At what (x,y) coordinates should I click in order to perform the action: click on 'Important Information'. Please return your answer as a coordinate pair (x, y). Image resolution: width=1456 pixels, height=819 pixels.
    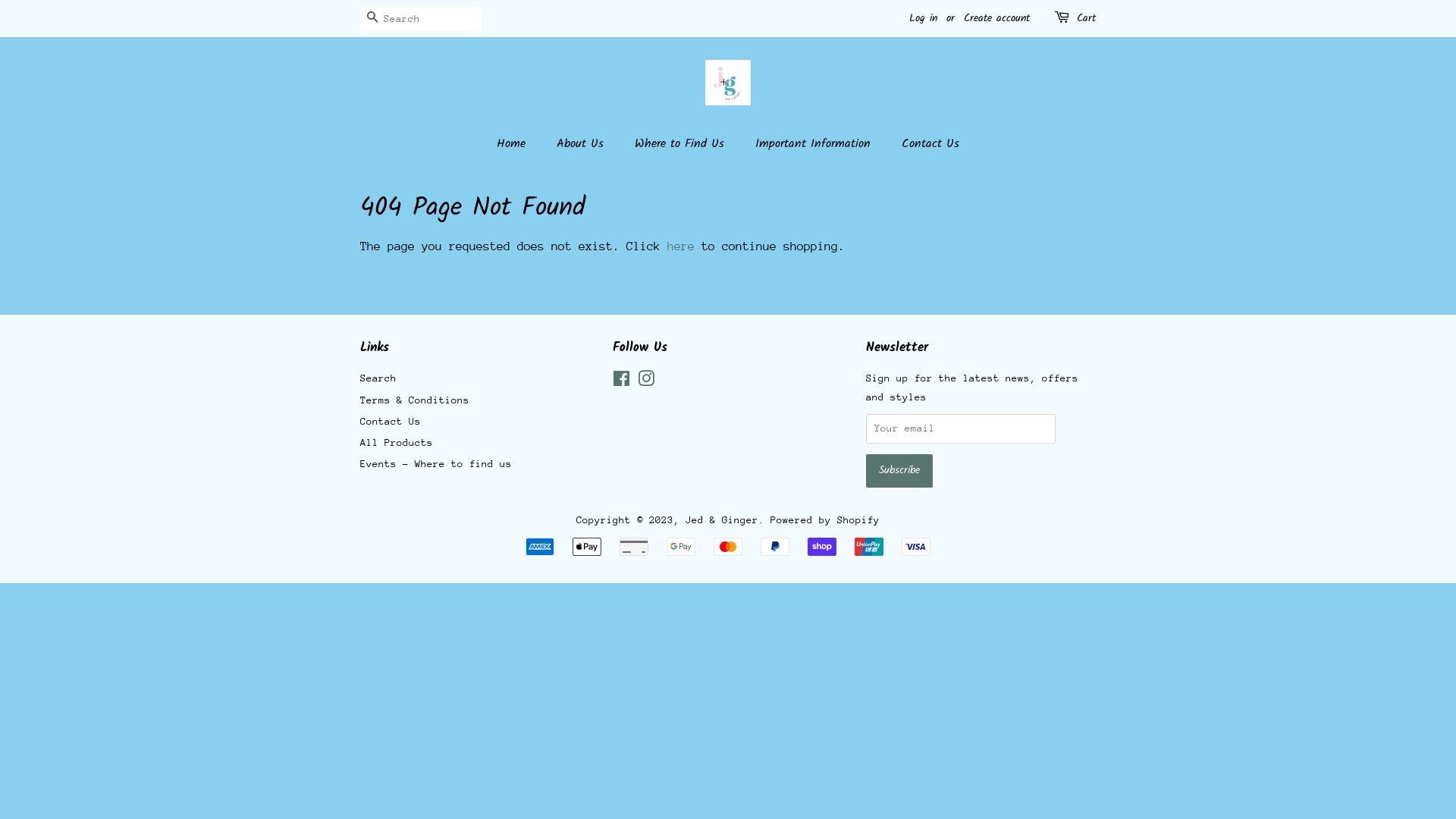
    Looking at the image, I should click on (814, 143).